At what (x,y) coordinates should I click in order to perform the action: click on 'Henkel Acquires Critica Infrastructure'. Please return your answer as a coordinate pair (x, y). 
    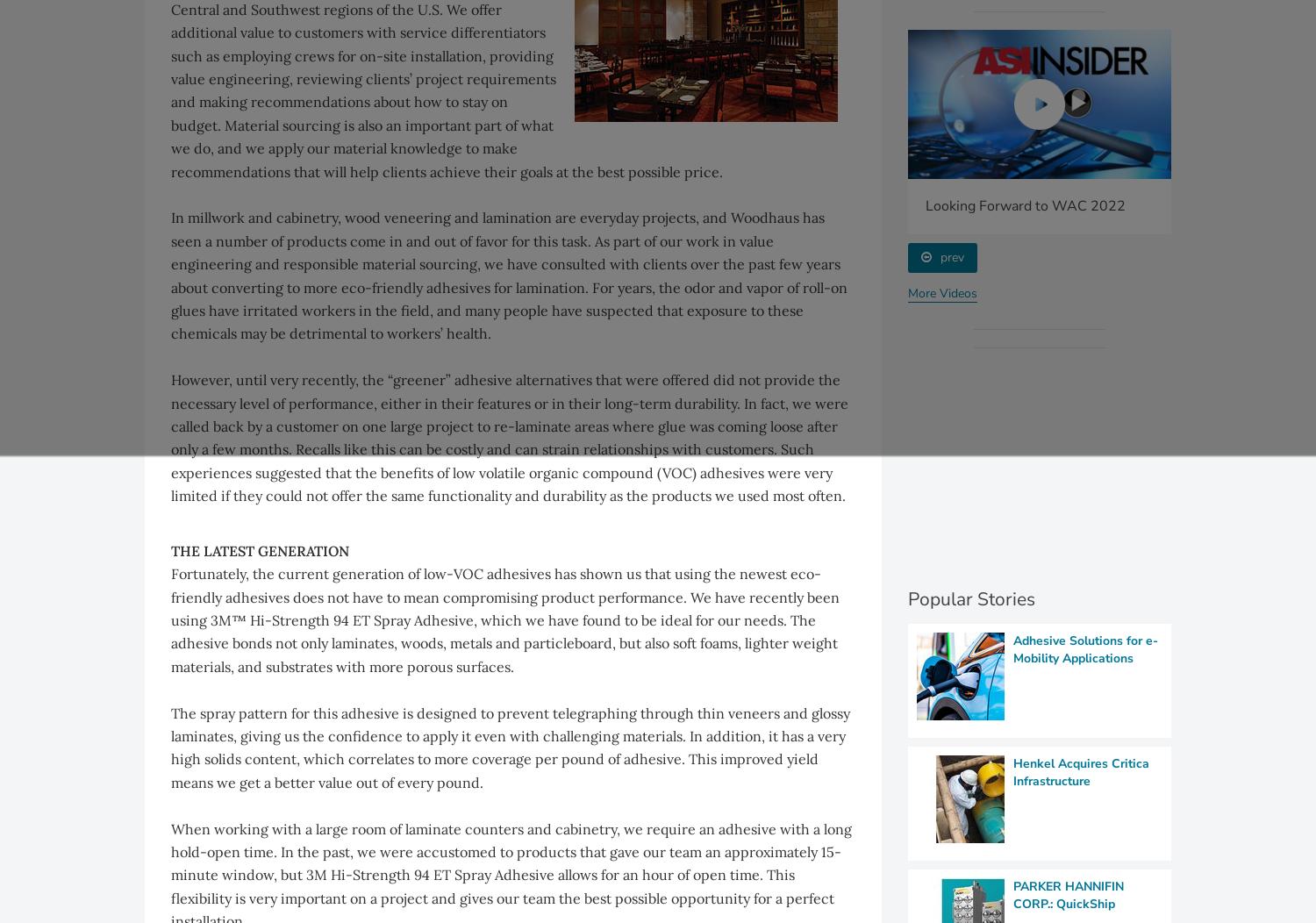
    Looking at the image, I should click on (1080, 772).